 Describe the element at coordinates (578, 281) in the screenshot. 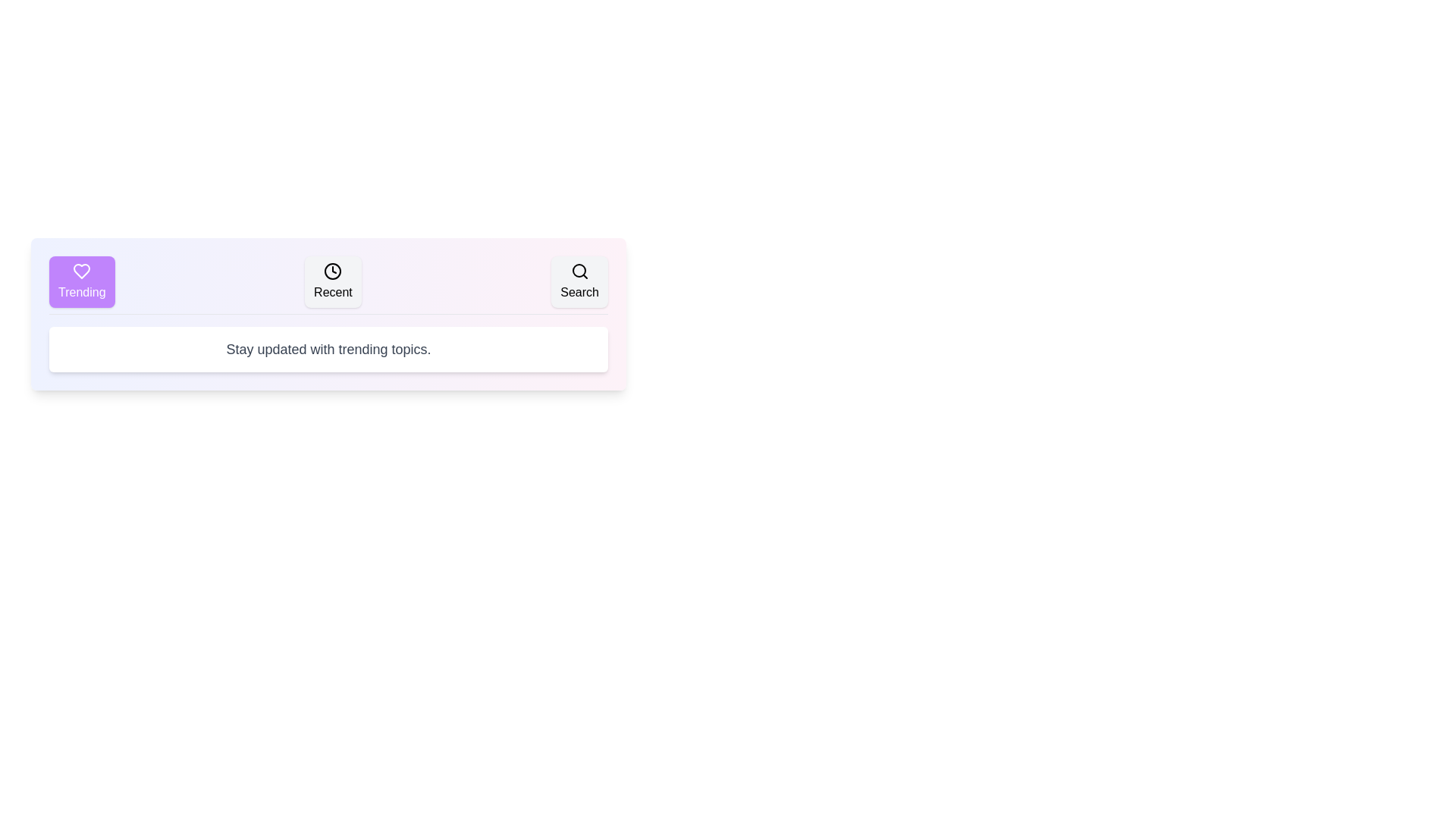

I see `the tab button labeled Search` at that location.